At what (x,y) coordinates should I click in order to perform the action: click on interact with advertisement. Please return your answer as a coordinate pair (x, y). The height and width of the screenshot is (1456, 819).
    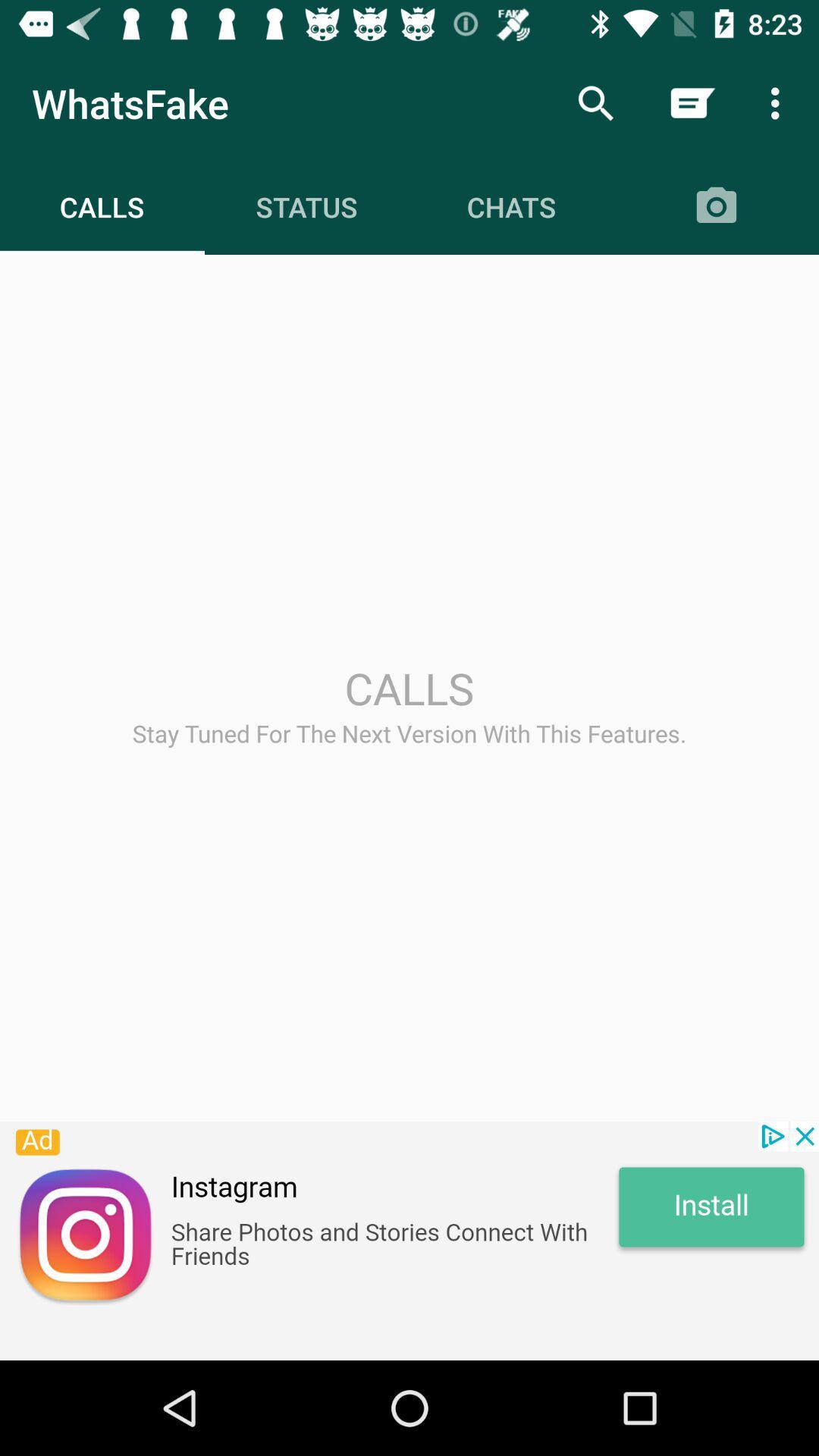
    Looking at the image, I should click on (409, 1241).